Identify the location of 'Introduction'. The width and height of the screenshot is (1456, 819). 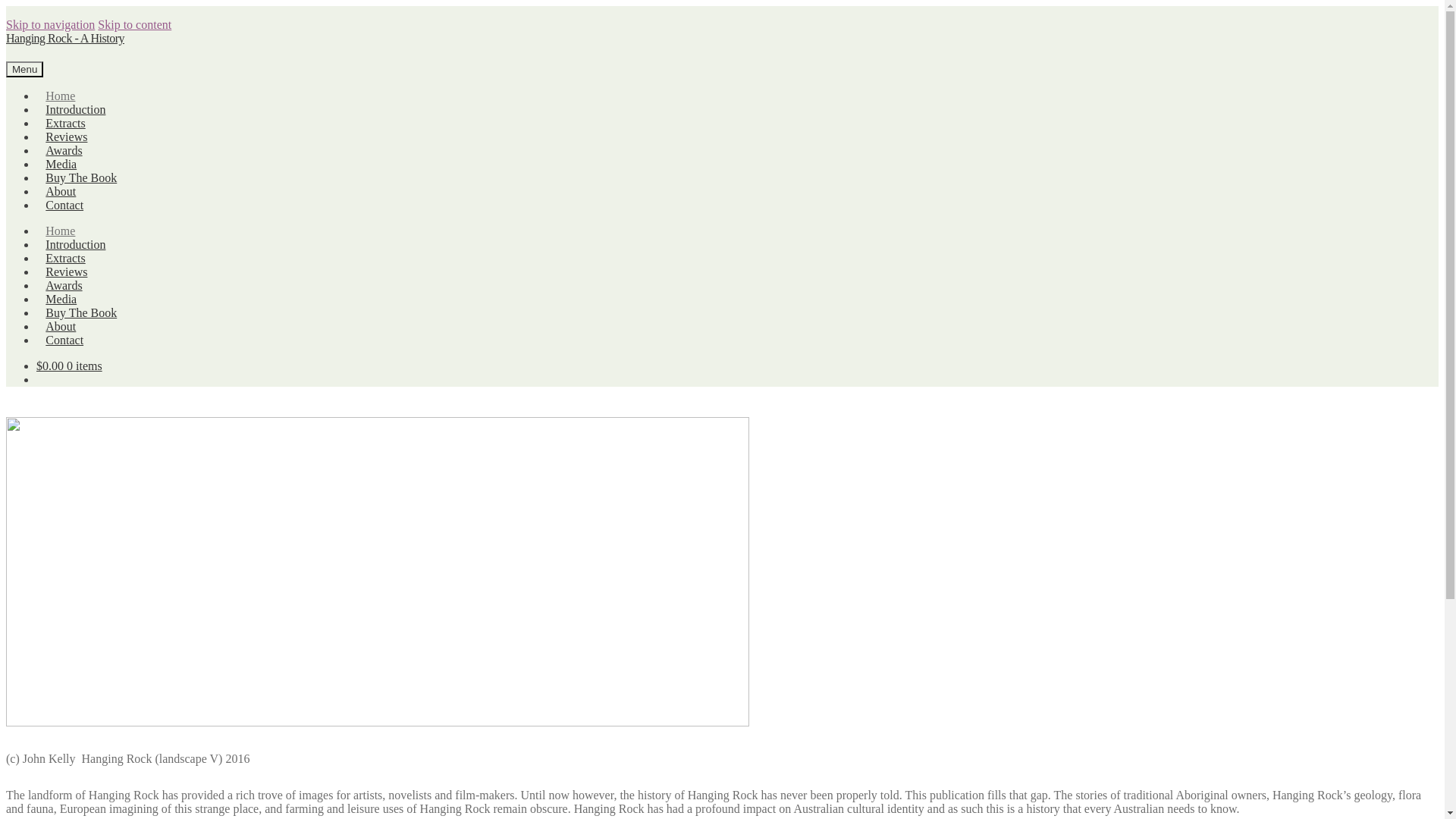
(75, 244).